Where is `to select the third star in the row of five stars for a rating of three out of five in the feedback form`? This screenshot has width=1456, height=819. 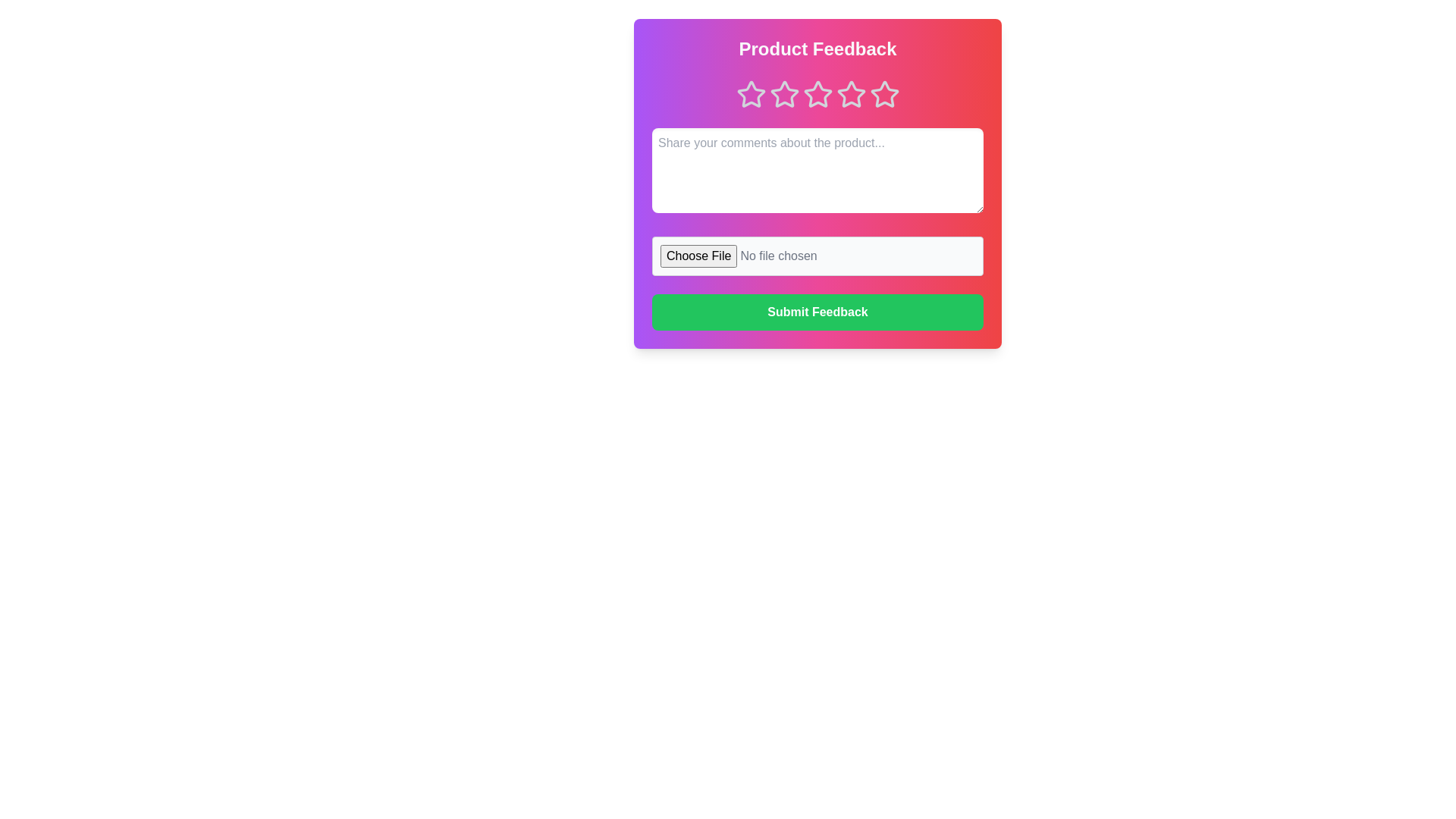 to select the third star in the row of five stars for a rating of three out of five in the feedback form is located at coordinates (817, 94).